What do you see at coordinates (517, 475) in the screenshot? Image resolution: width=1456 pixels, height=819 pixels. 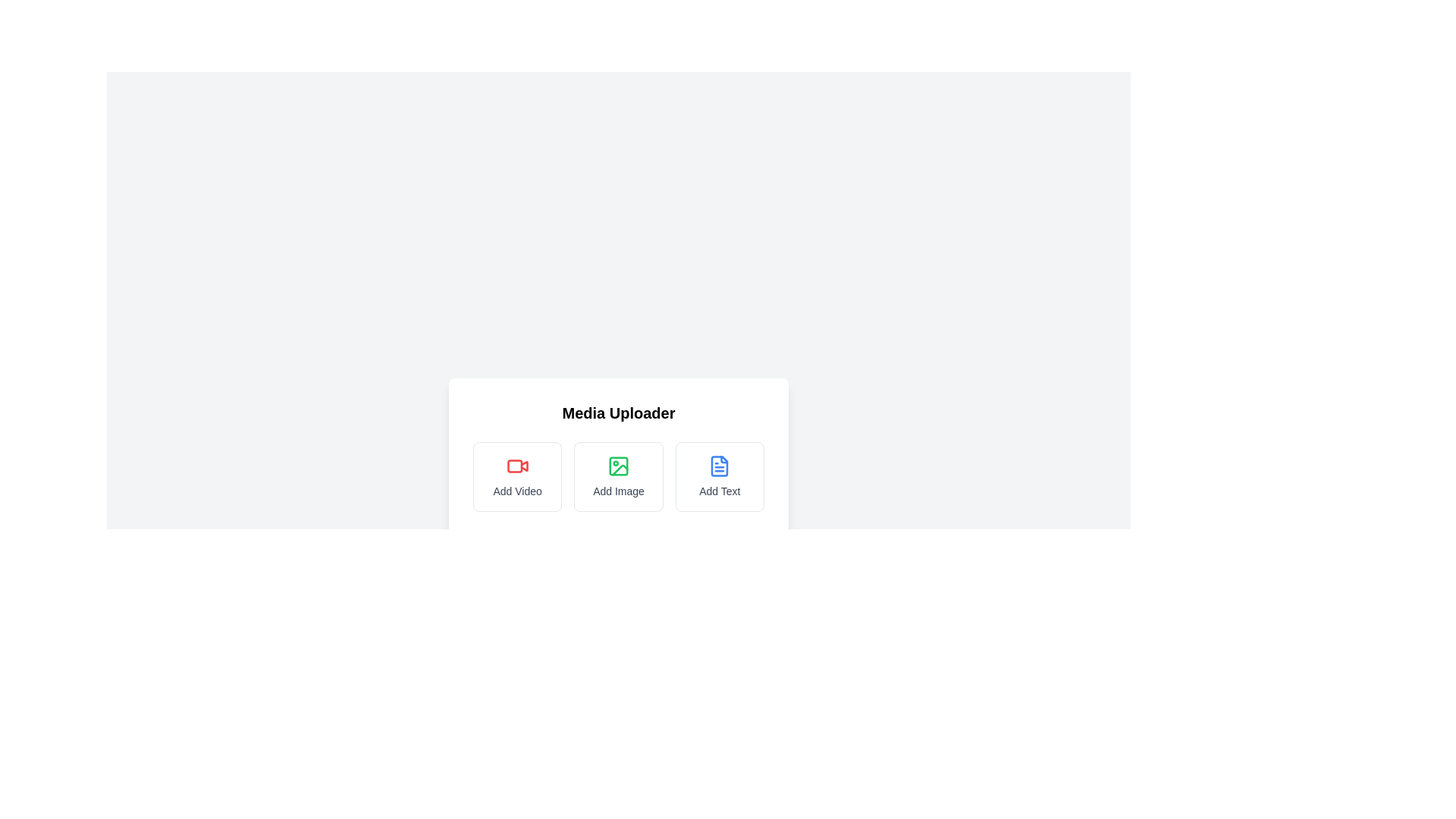 I see `the video upload button, which is the first button in a row of three, located to the left of the 'Add Image' button and above the 'Media Uploader' label` at bounding box center [517, 475].